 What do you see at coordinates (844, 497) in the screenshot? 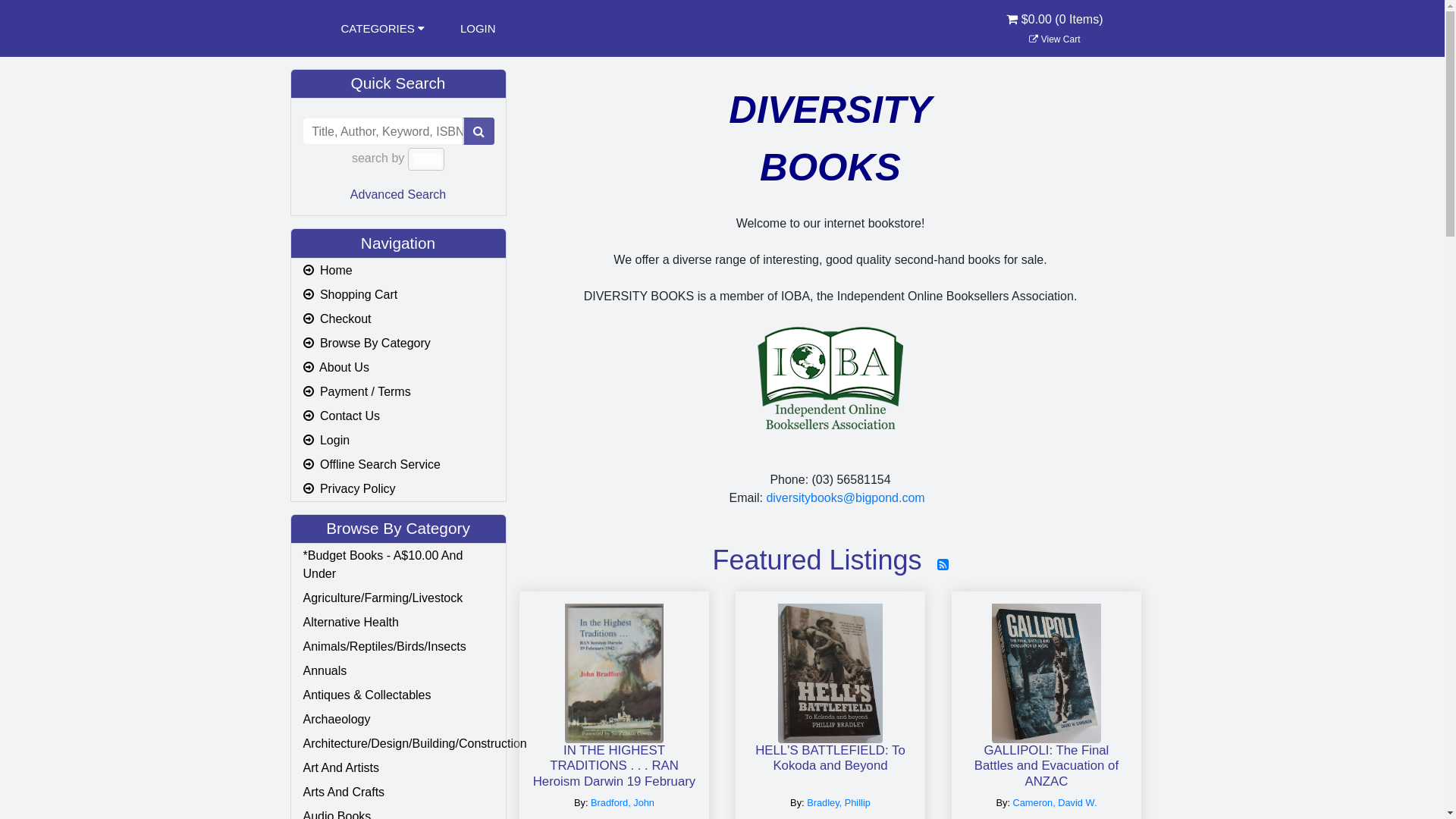
I see `'diversitybooks@bigpond.com'` at bounding box center [844, 497].